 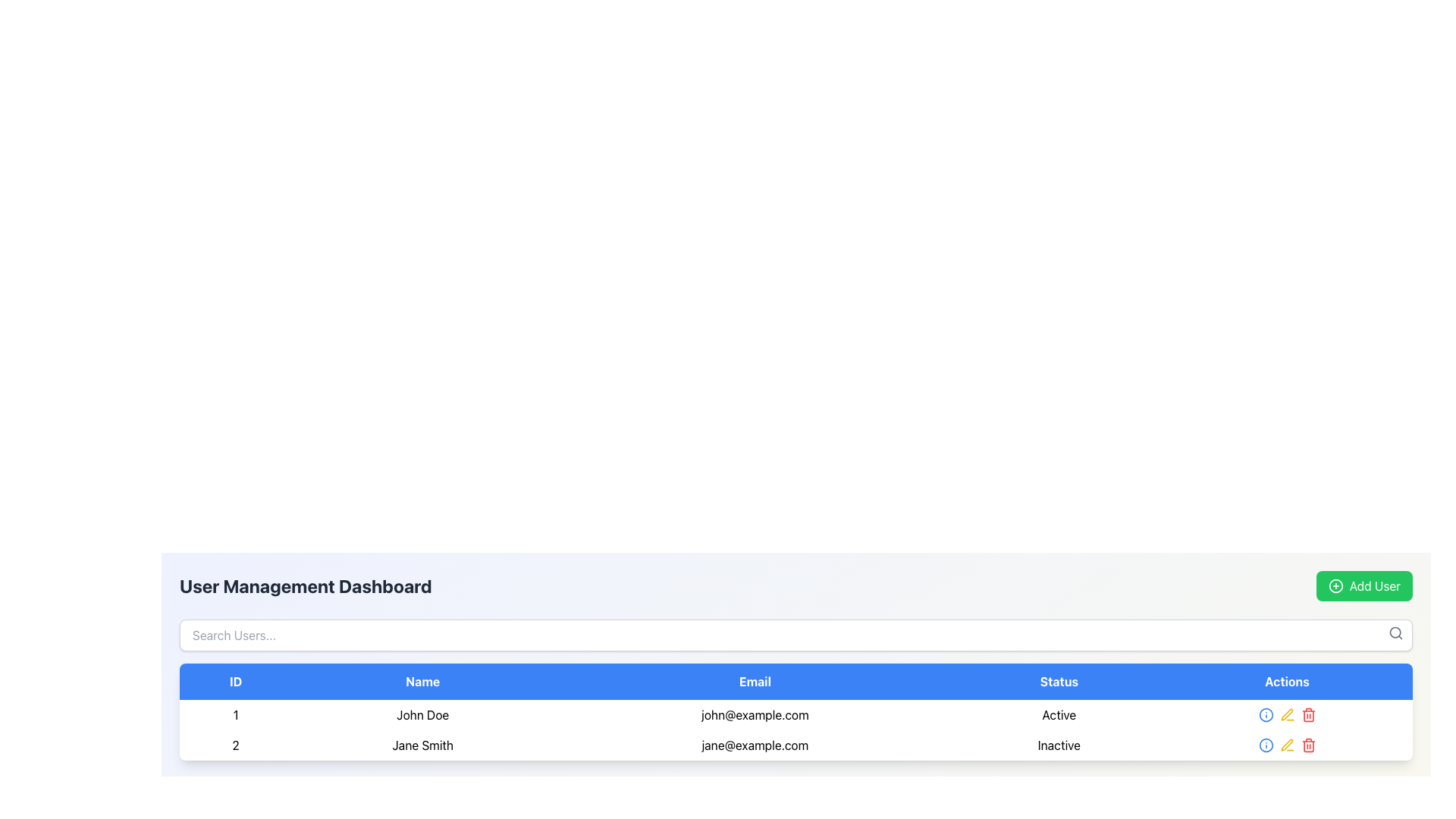 I want to click on text of the blue rectangular label that says 'Email', which is the third header in the table interface, so click(x=755, y=680).